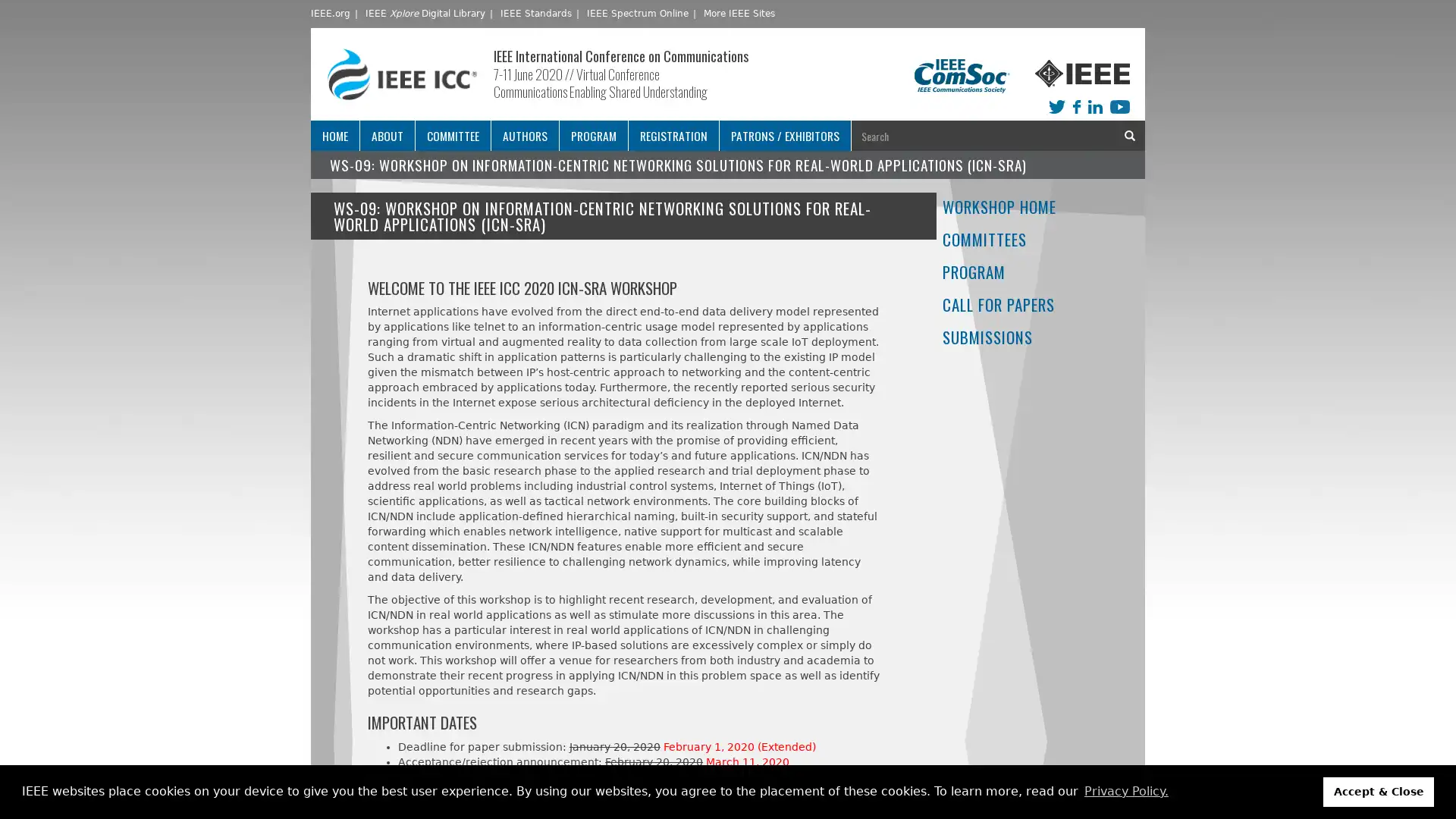 The image size is (1456, 819). What do you see at coordinates (1125, 791) in the screenshot?
I see `learn more about cookies` at bounding box center [1125, 791].